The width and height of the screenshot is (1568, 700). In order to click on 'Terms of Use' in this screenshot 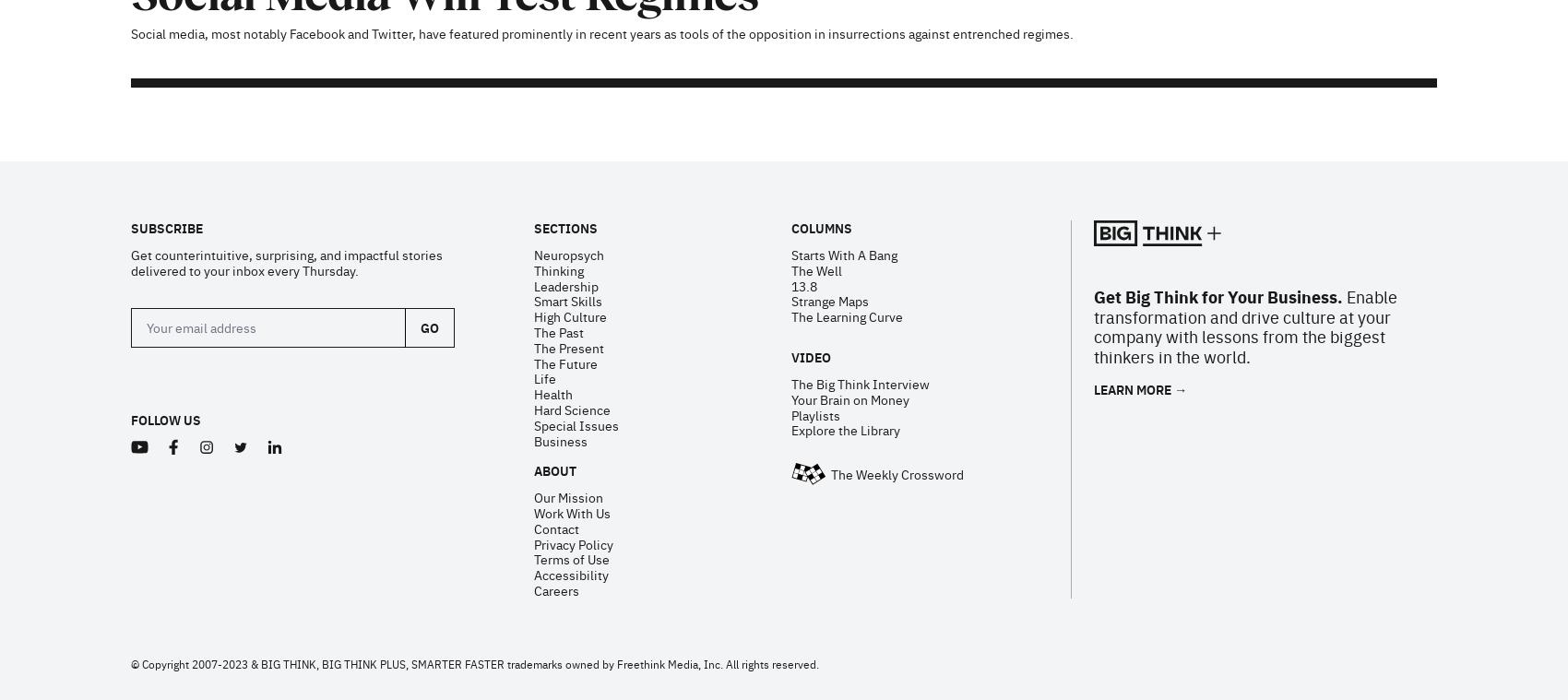, I will do `click(569, 319)`.